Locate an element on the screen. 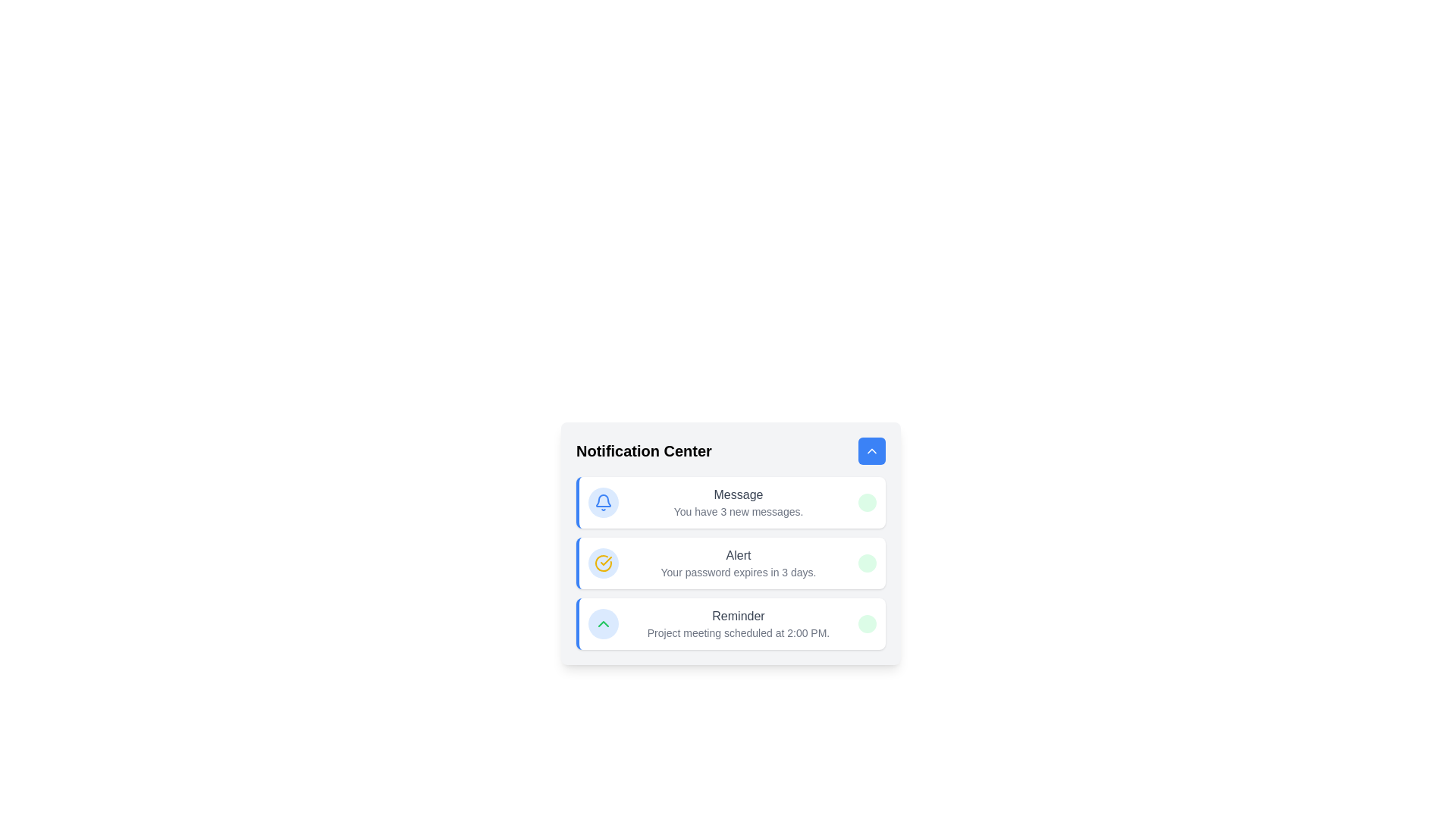 This screenshot has width=1456, height=819. the Notification card displaying new messages, positioned as the first item in the Notification Center list is located at coordinates (731, 503).